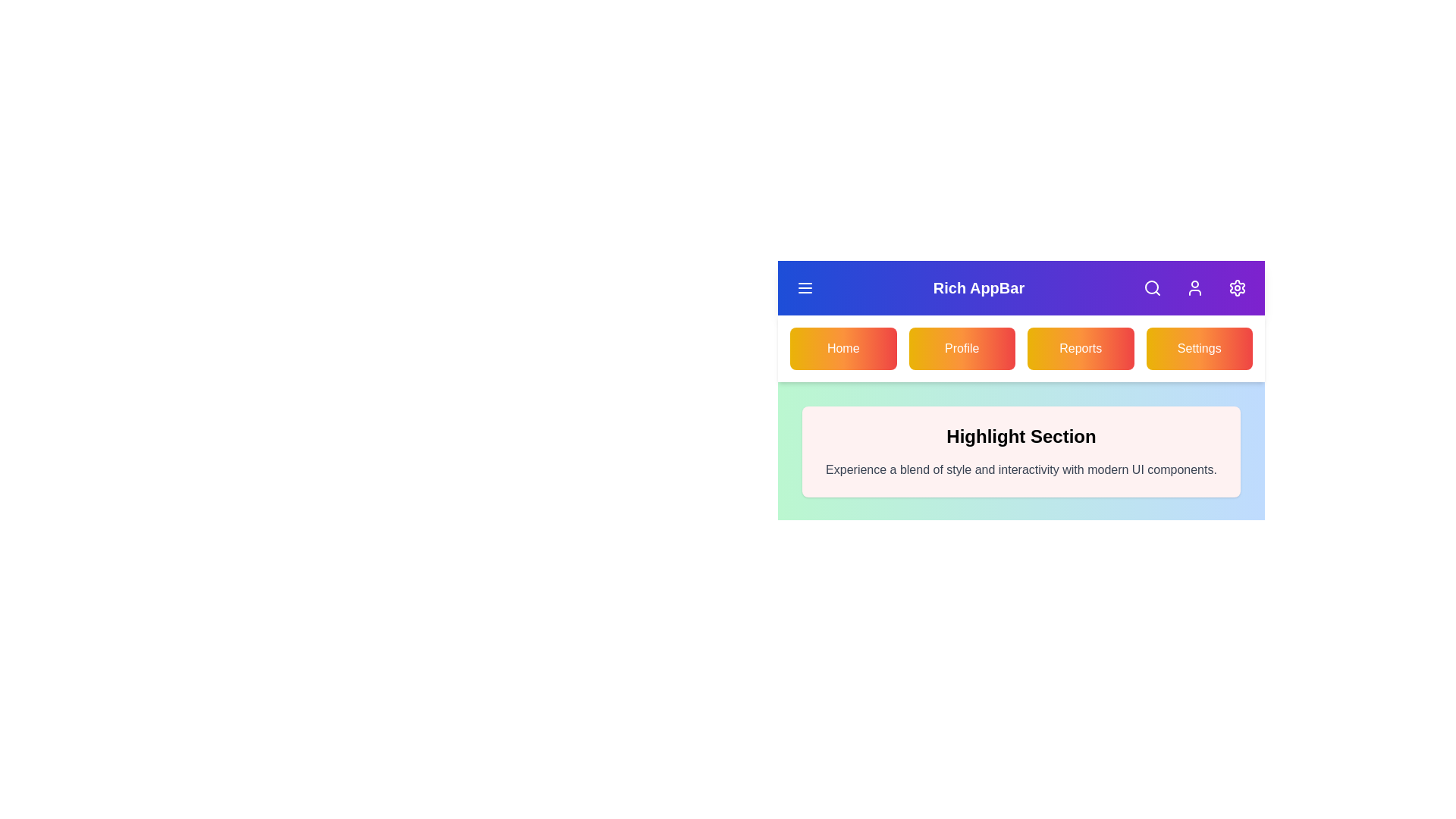 The image size is (1456, 819). I want to click on the button labeled Search to observe its hover effect, so click(1153, 288).